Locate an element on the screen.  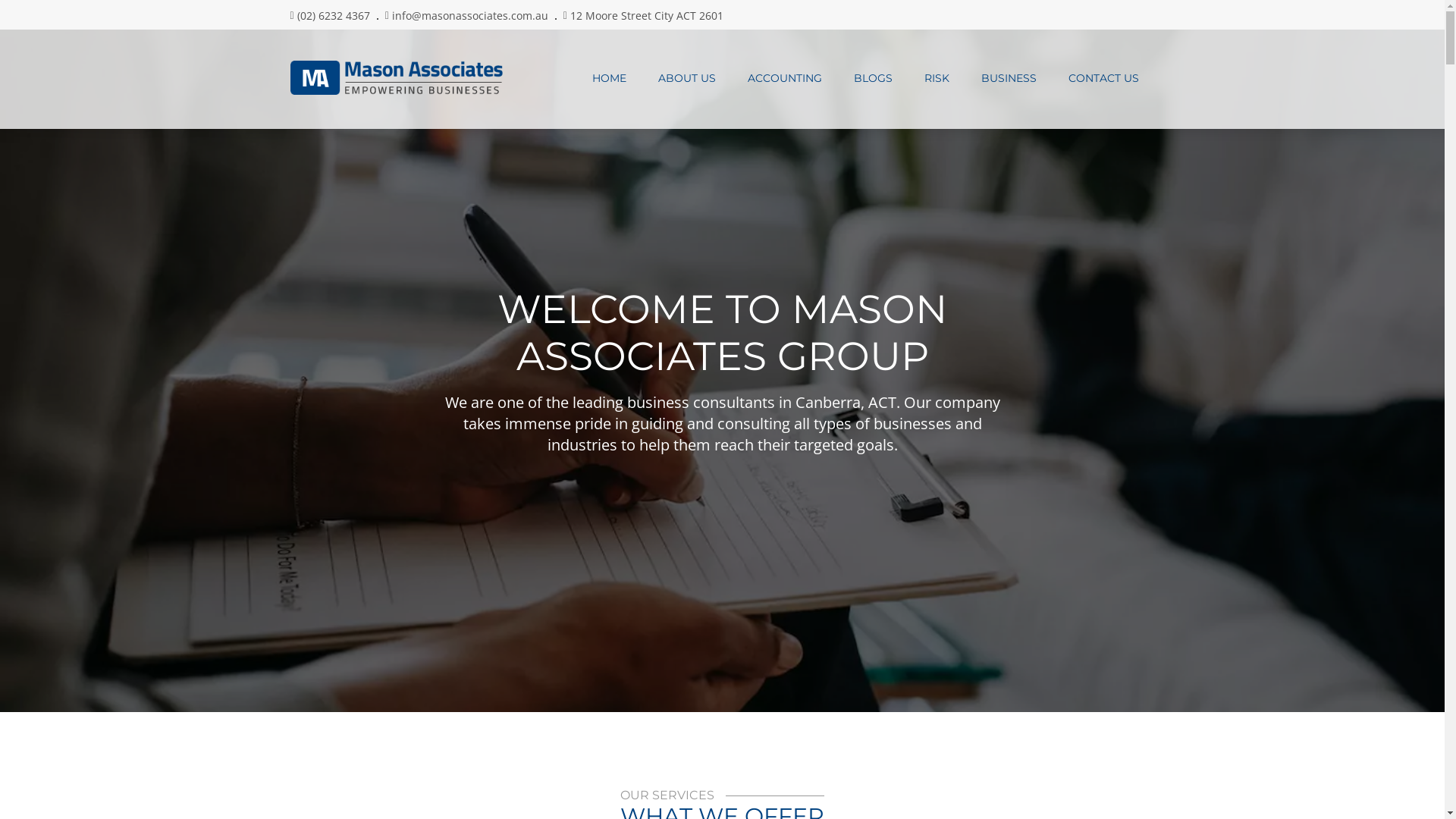
'CONTACT US' is located at coordinates (1103, 78).